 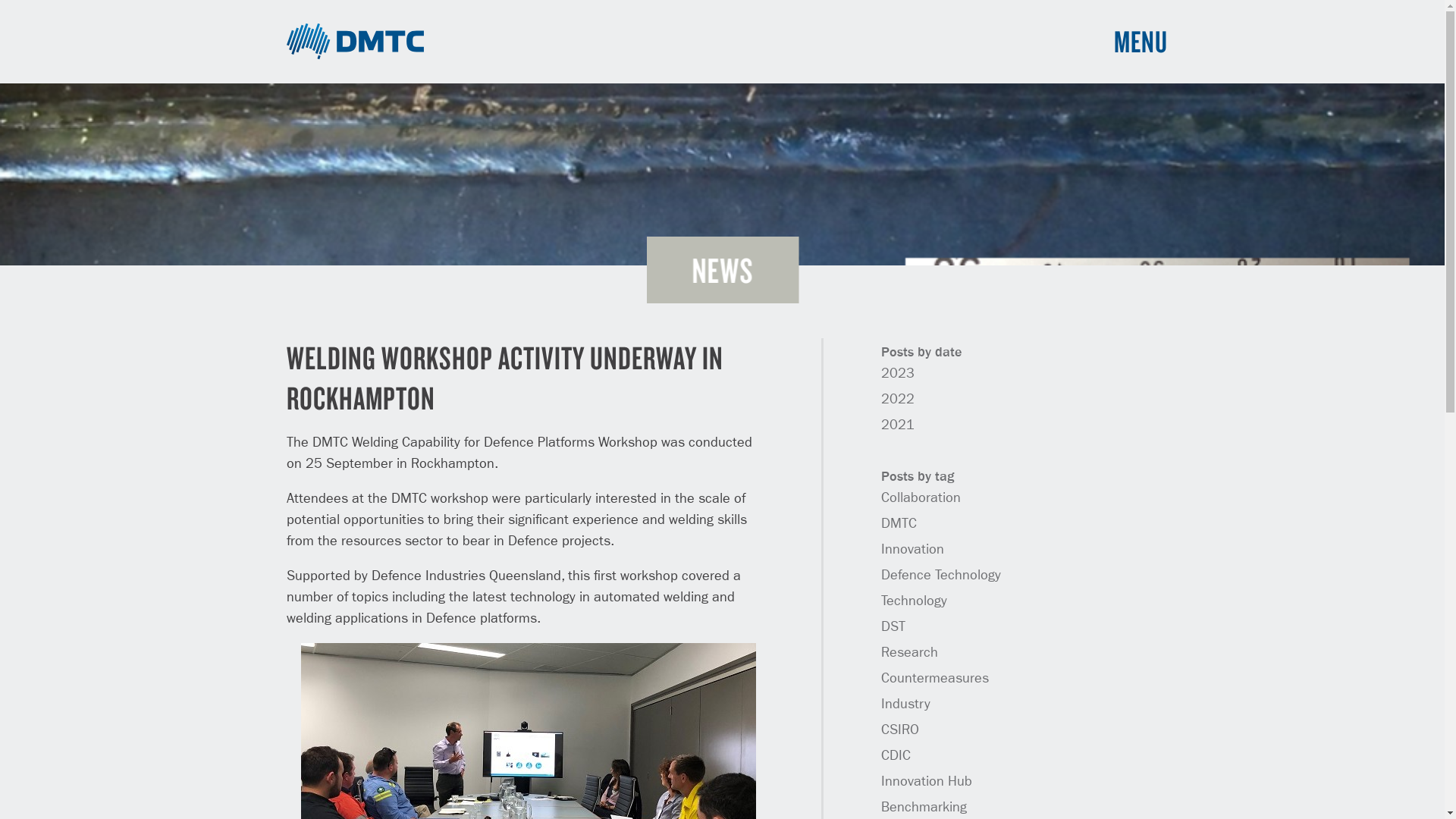 I want to click on 'CDIC', so click(x=896, y=755).